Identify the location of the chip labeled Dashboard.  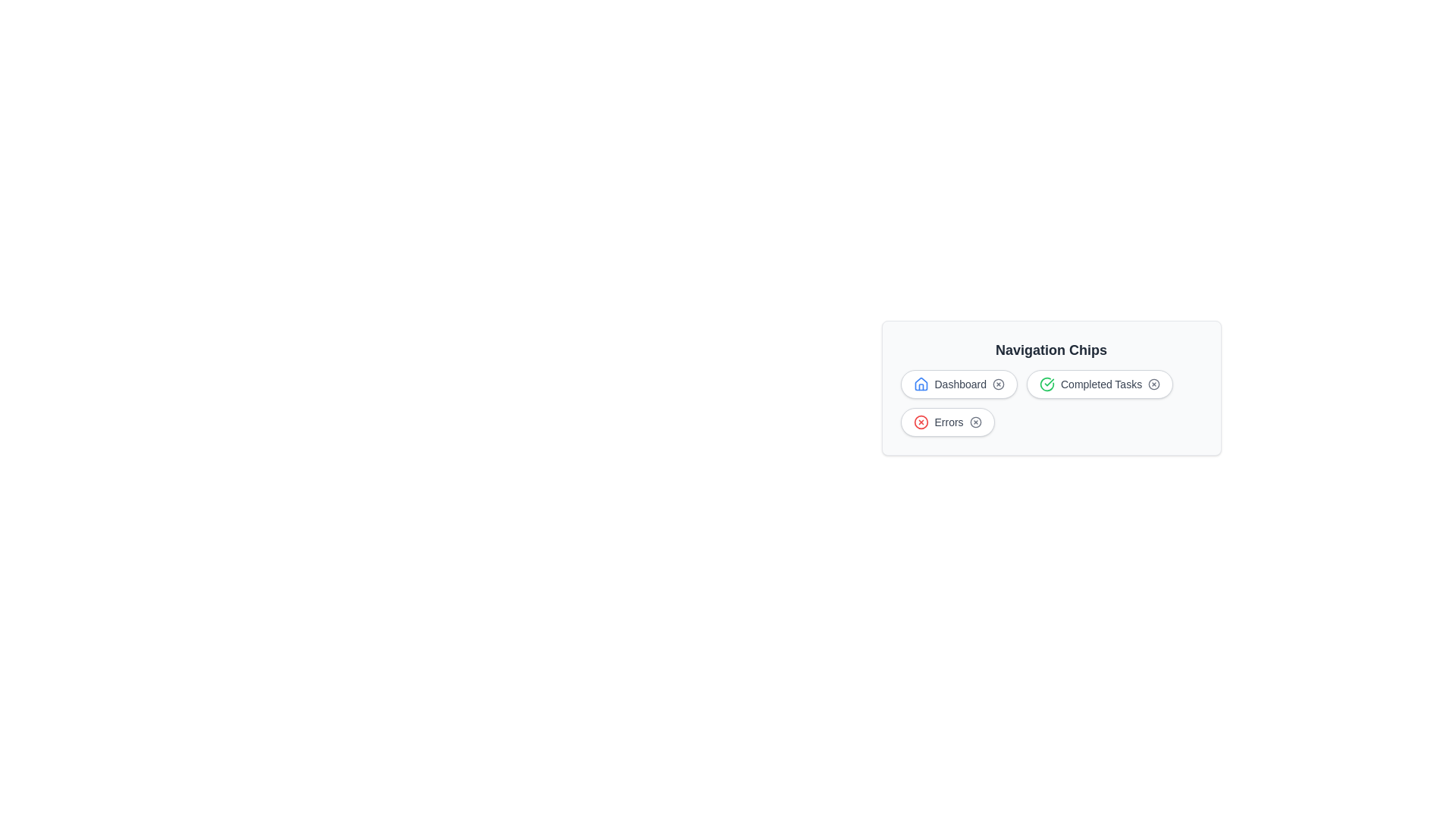
(958, 383).